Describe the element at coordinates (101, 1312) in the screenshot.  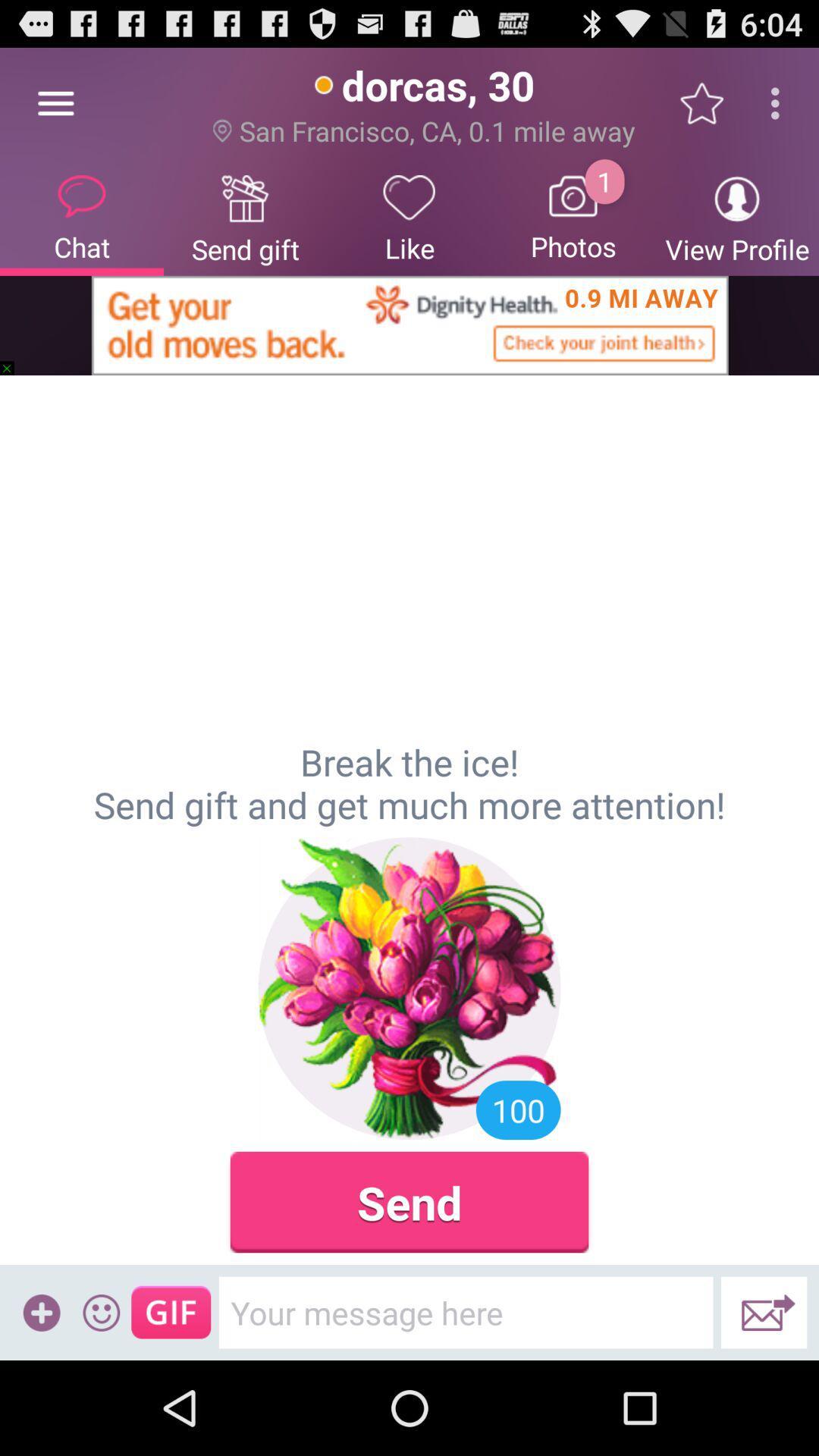
I see `icon below break the ice icon` at that location.